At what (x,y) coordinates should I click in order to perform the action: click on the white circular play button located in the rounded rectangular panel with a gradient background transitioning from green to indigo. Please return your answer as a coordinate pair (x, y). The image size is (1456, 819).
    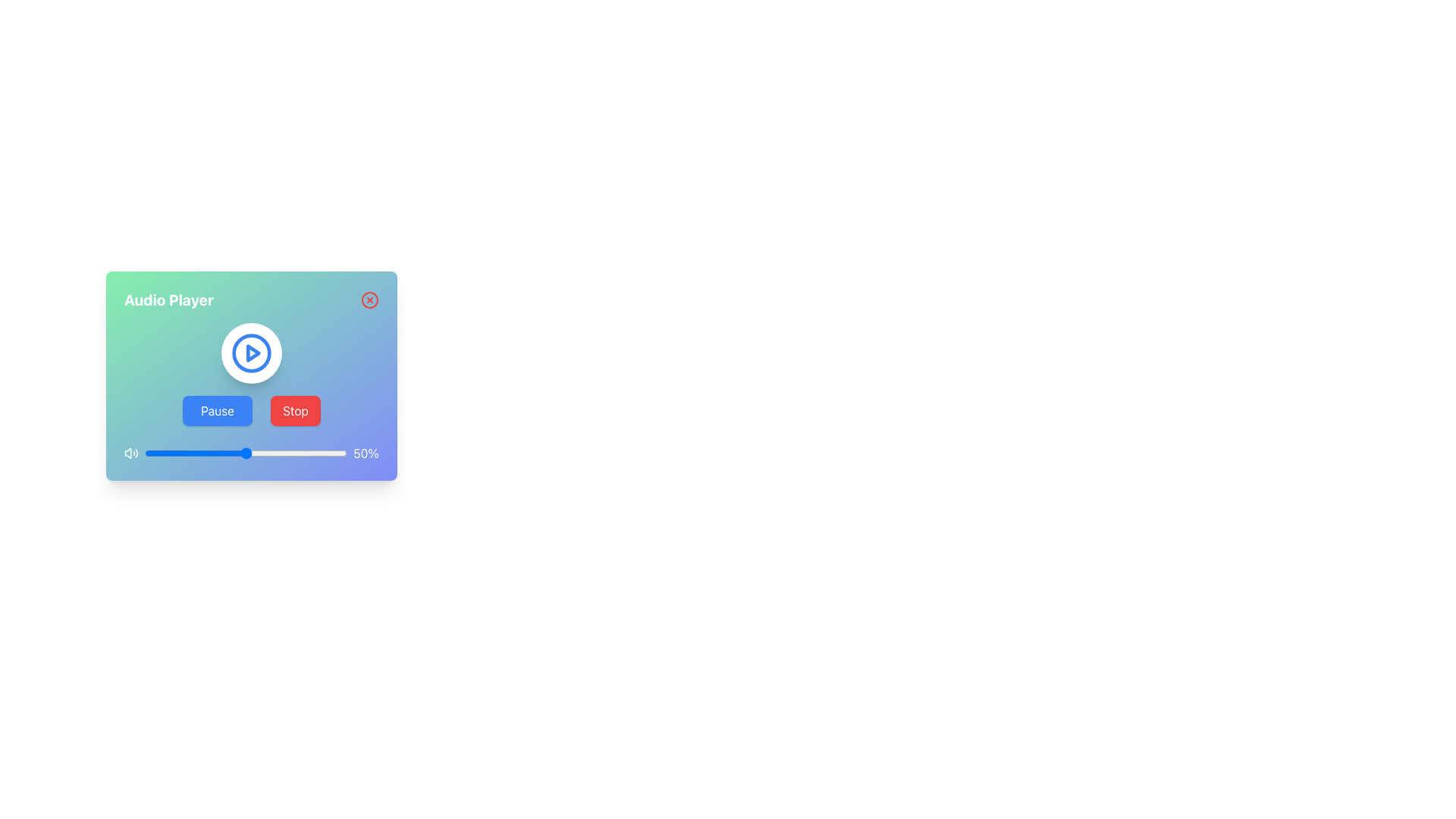
    Looking at the image, I should click on (251, 375).